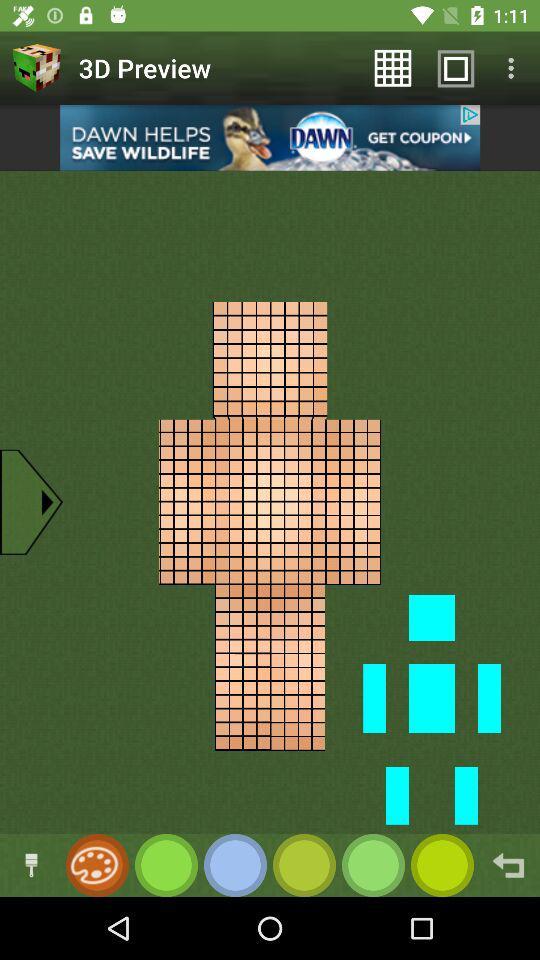 This screenshot has width=540, height=960. I want to click on choose color button, so click(234, 864).